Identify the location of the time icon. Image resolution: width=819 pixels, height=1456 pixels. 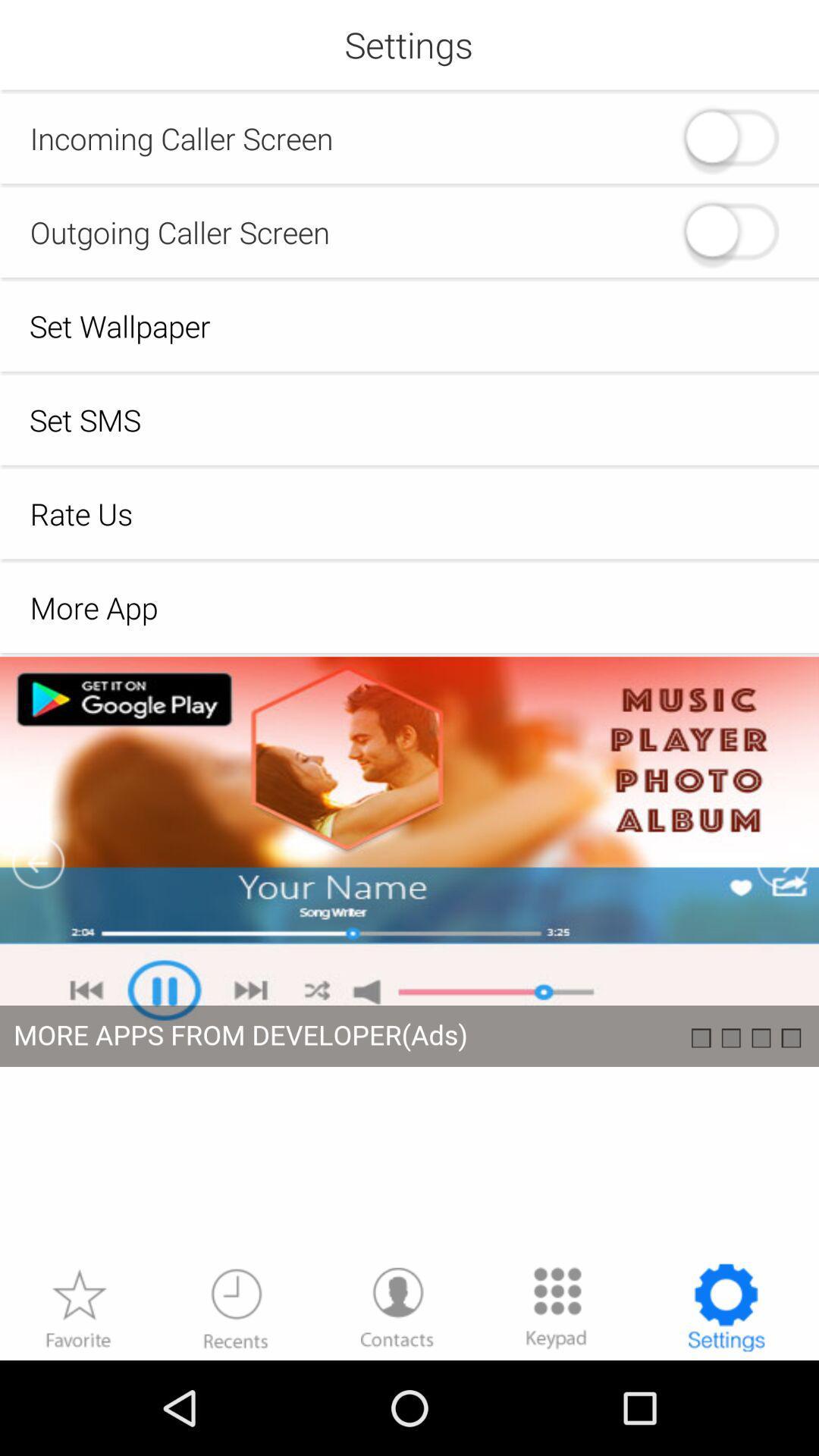
(236, 1398).